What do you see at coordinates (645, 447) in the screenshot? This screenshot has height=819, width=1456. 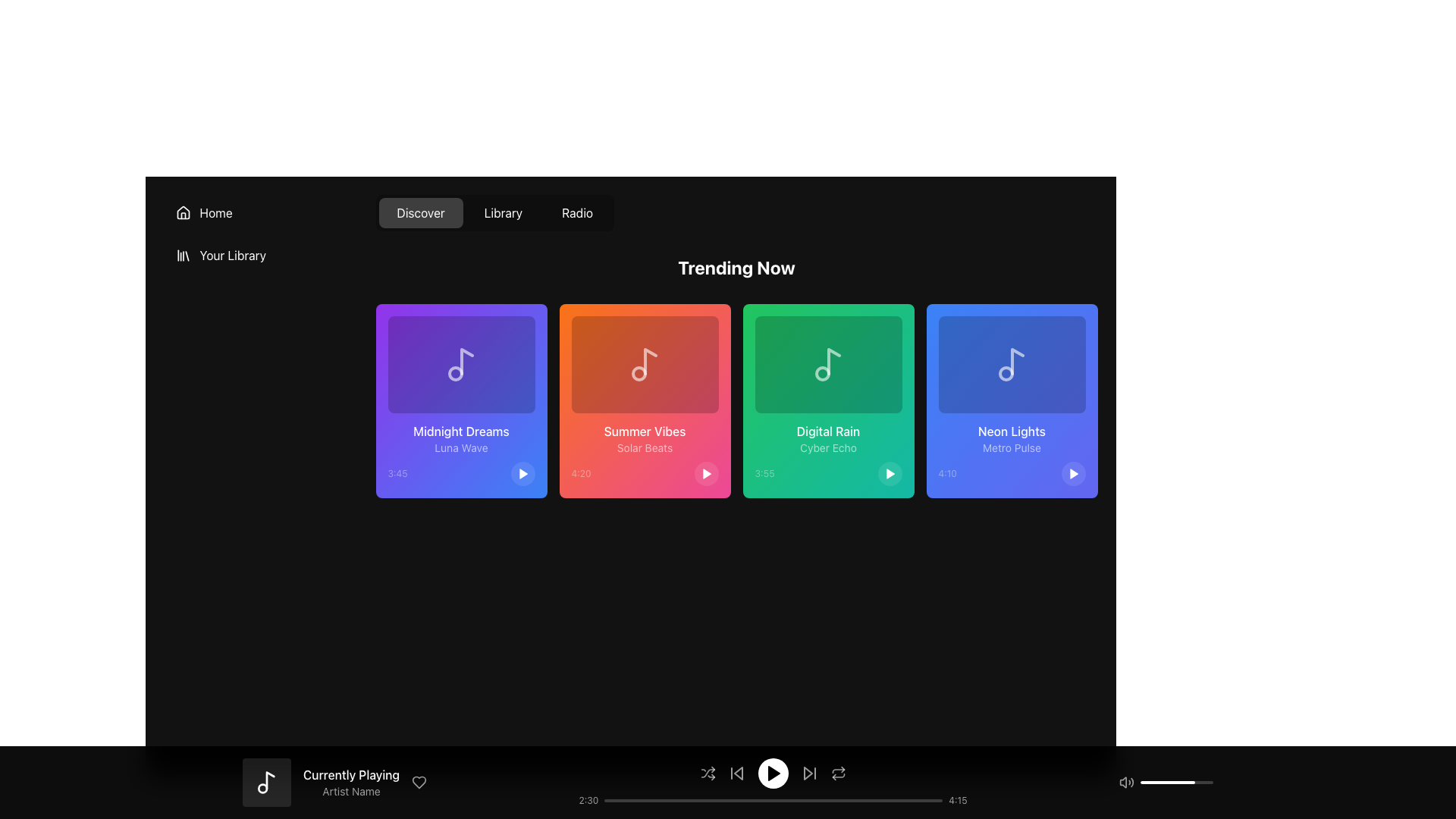 I see `the 'Solar Beats' text label, which is a small text in light color on a gradient orange-pink background, located in the 'Summer Vibes' card under the 'Trending Now' section` at bounding box center [645, 447].